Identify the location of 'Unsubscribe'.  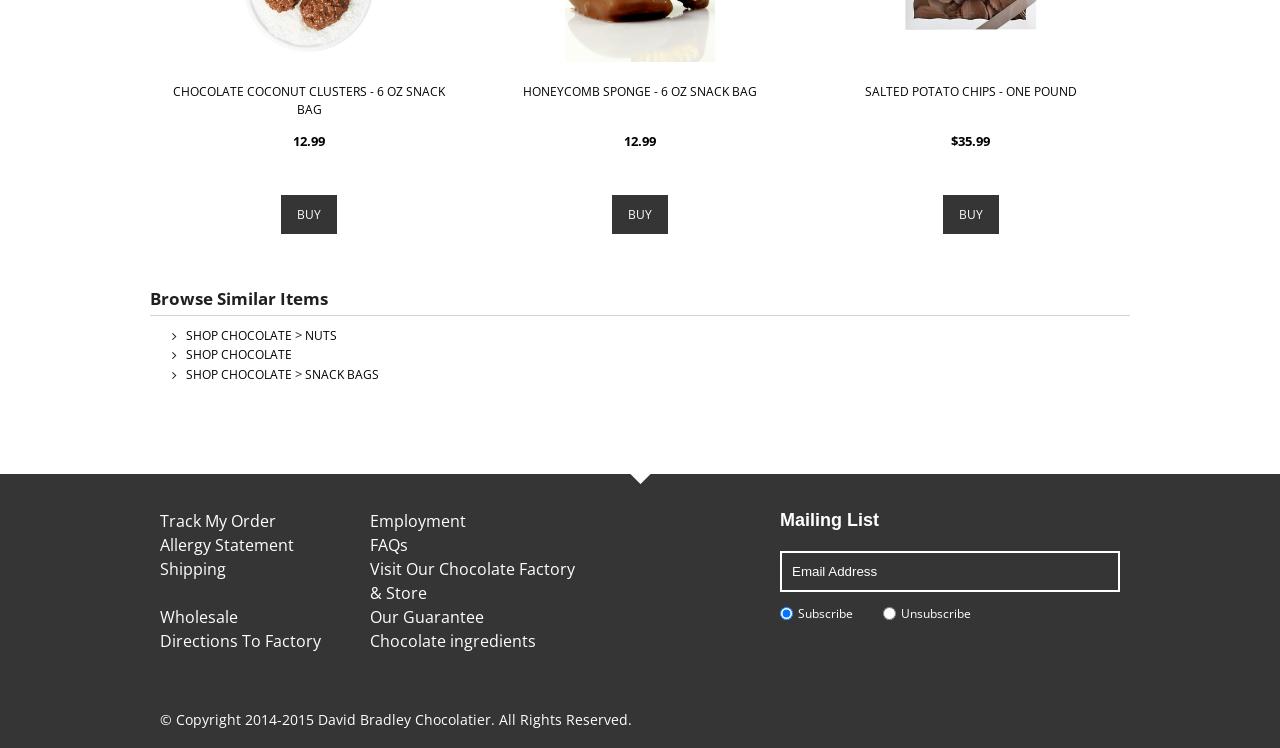
(934, 612).